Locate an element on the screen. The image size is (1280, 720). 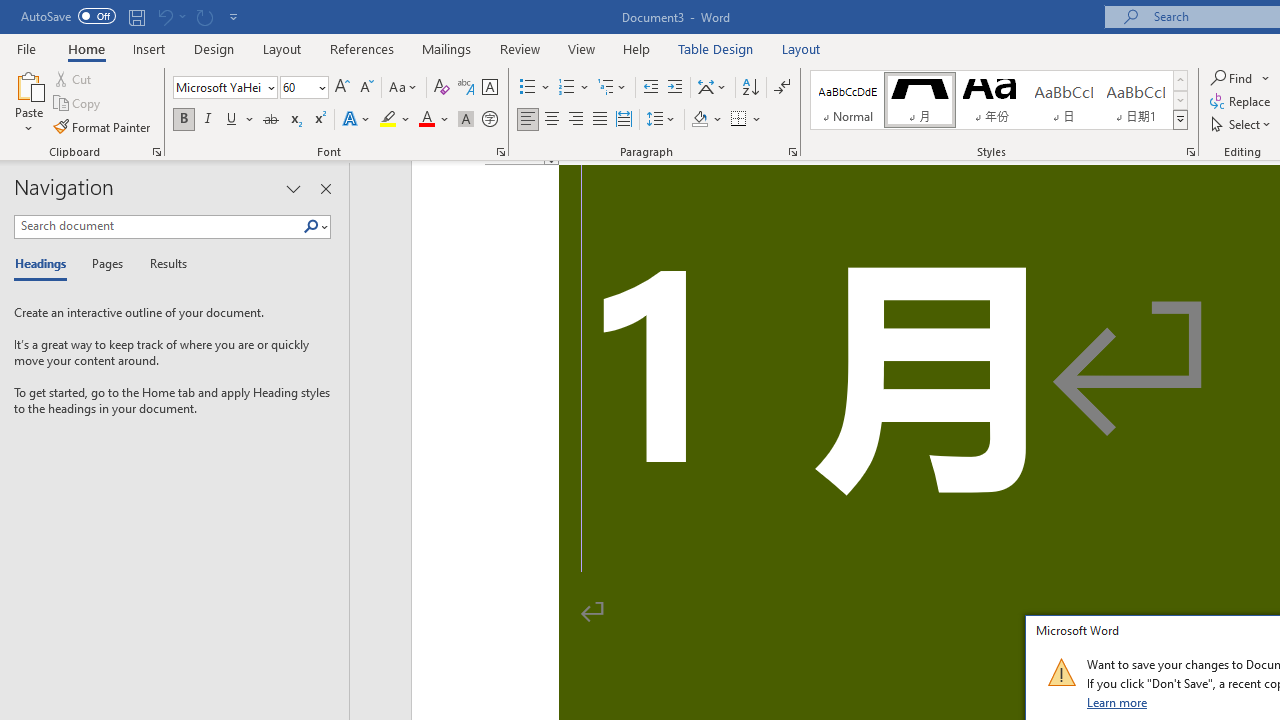
'Format Painter' is located at coordinates (102, 127).